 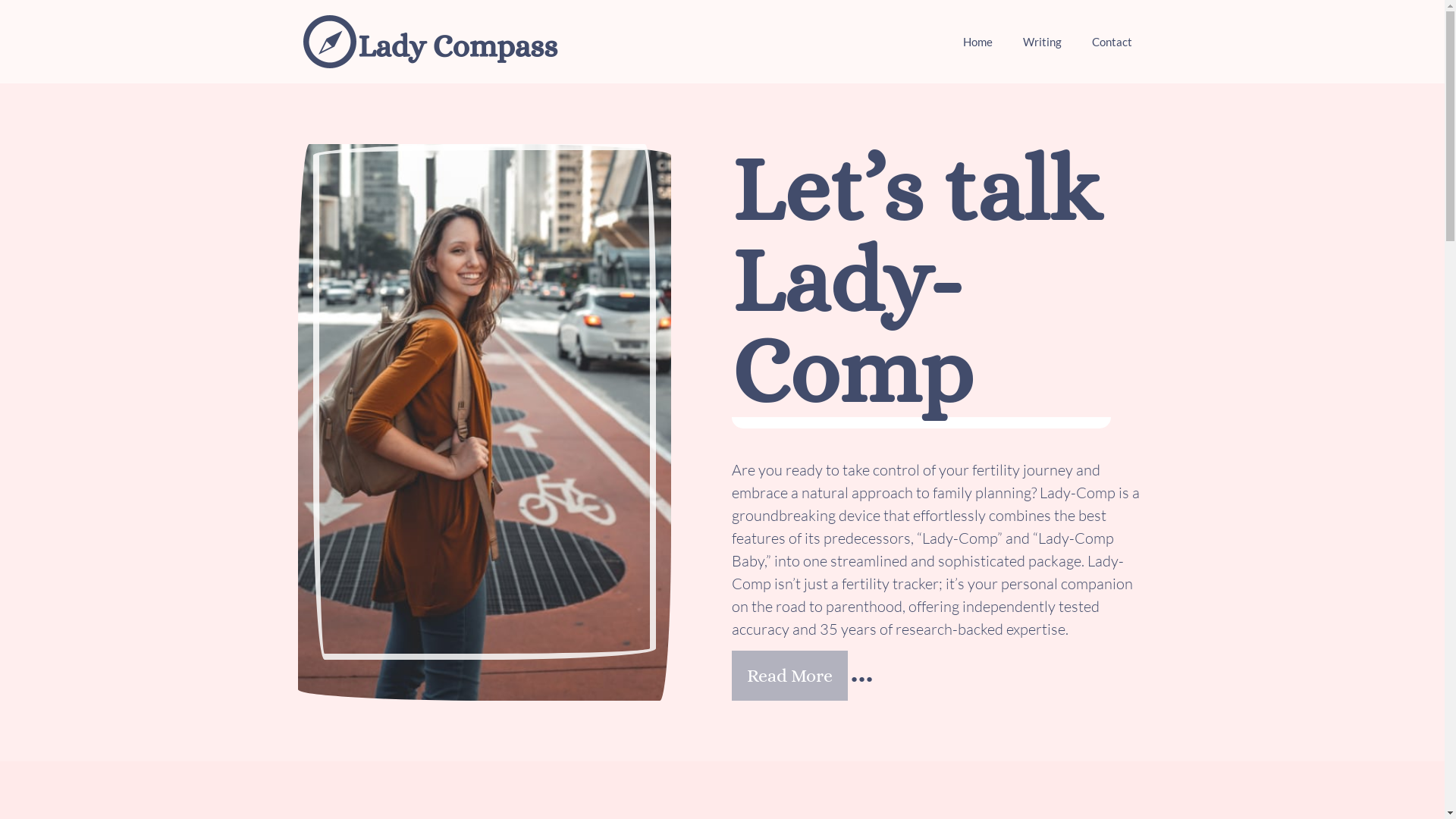 I want to click on 'Contact', so click(x=1076, y=40).